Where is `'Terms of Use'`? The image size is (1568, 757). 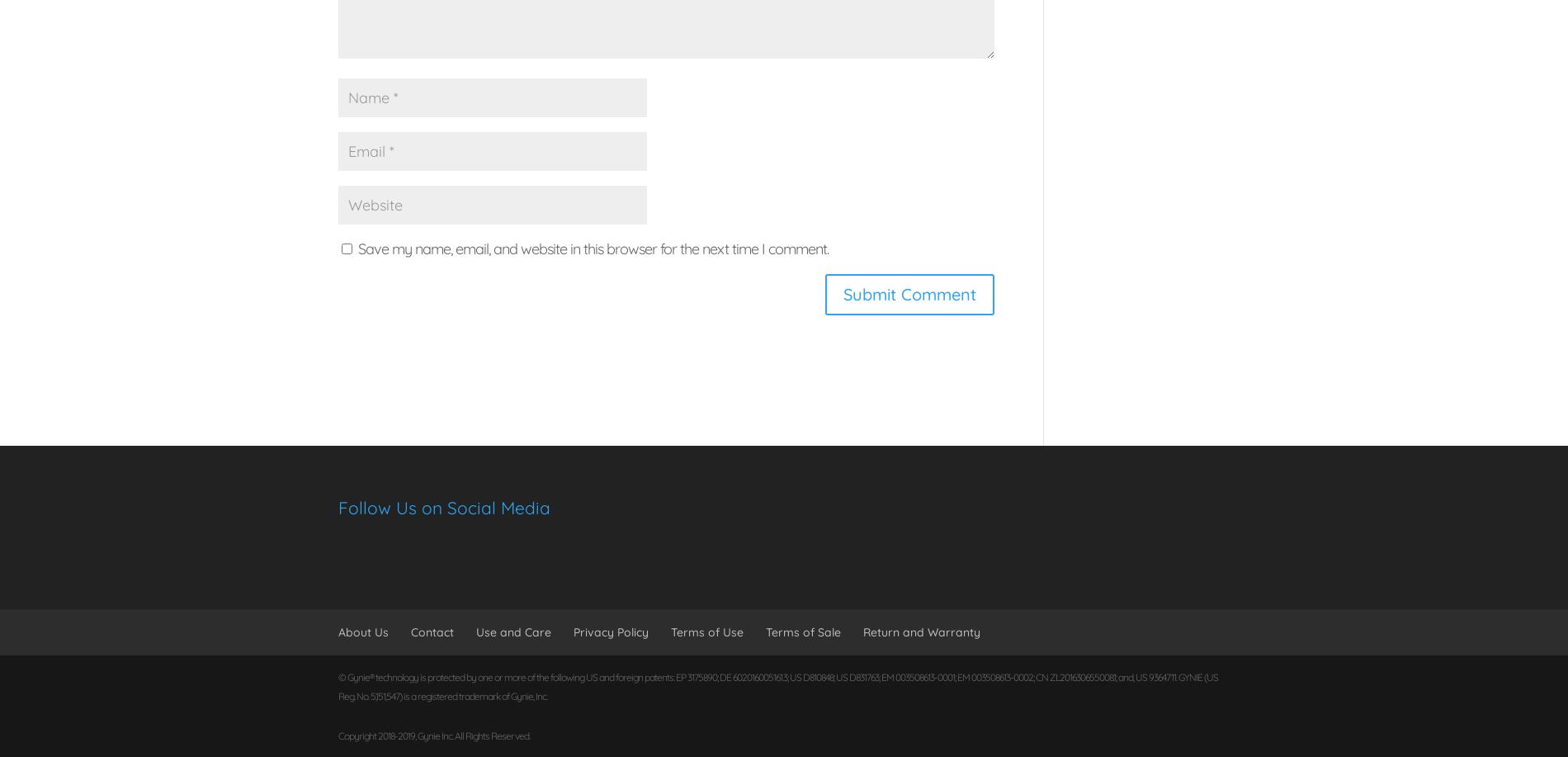 'Terms of Use' is located at coordinates (706, 630).